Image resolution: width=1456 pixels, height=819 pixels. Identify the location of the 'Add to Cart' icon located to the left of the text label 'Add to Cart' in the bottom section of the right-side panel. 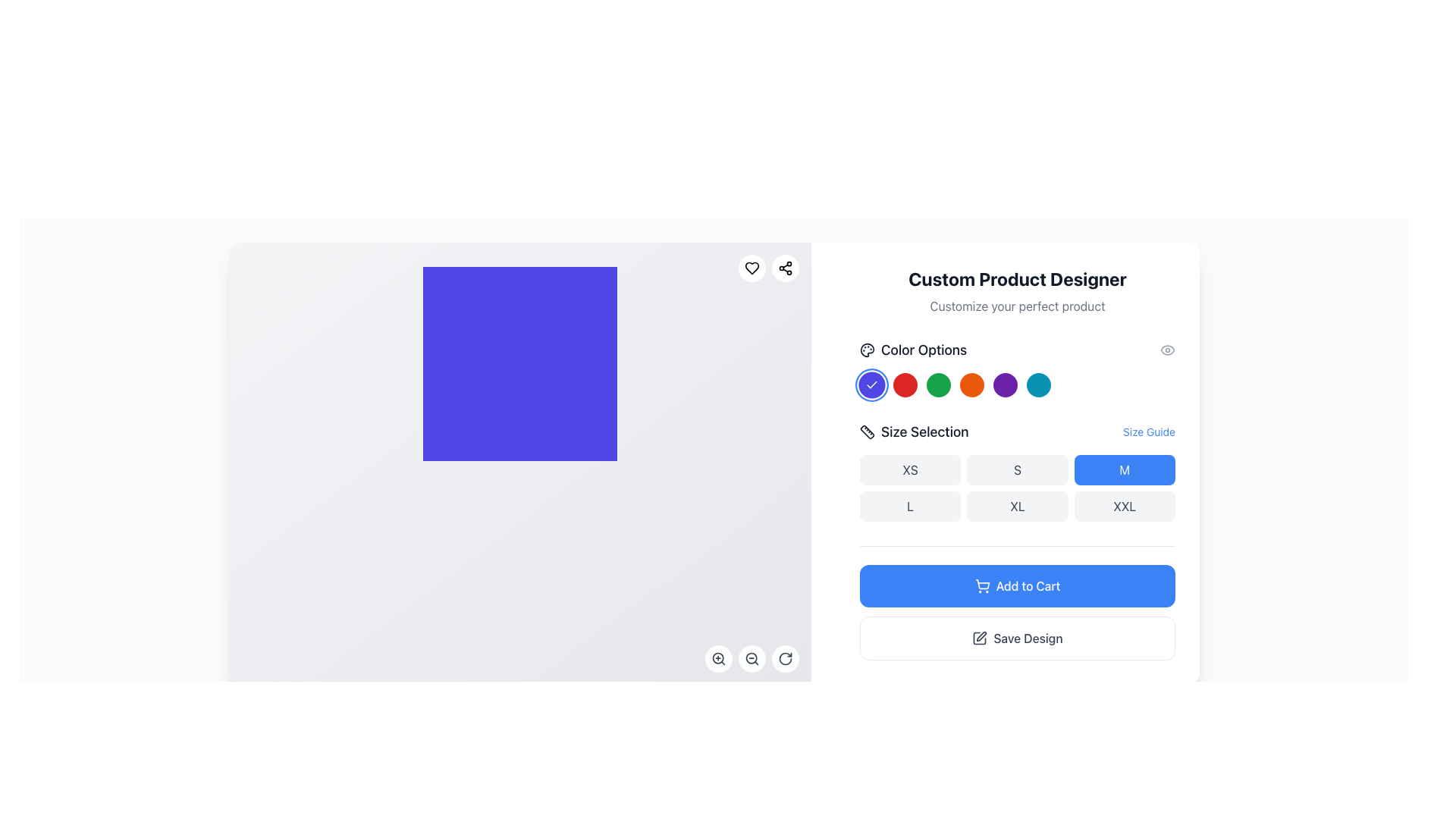
(982, 585).